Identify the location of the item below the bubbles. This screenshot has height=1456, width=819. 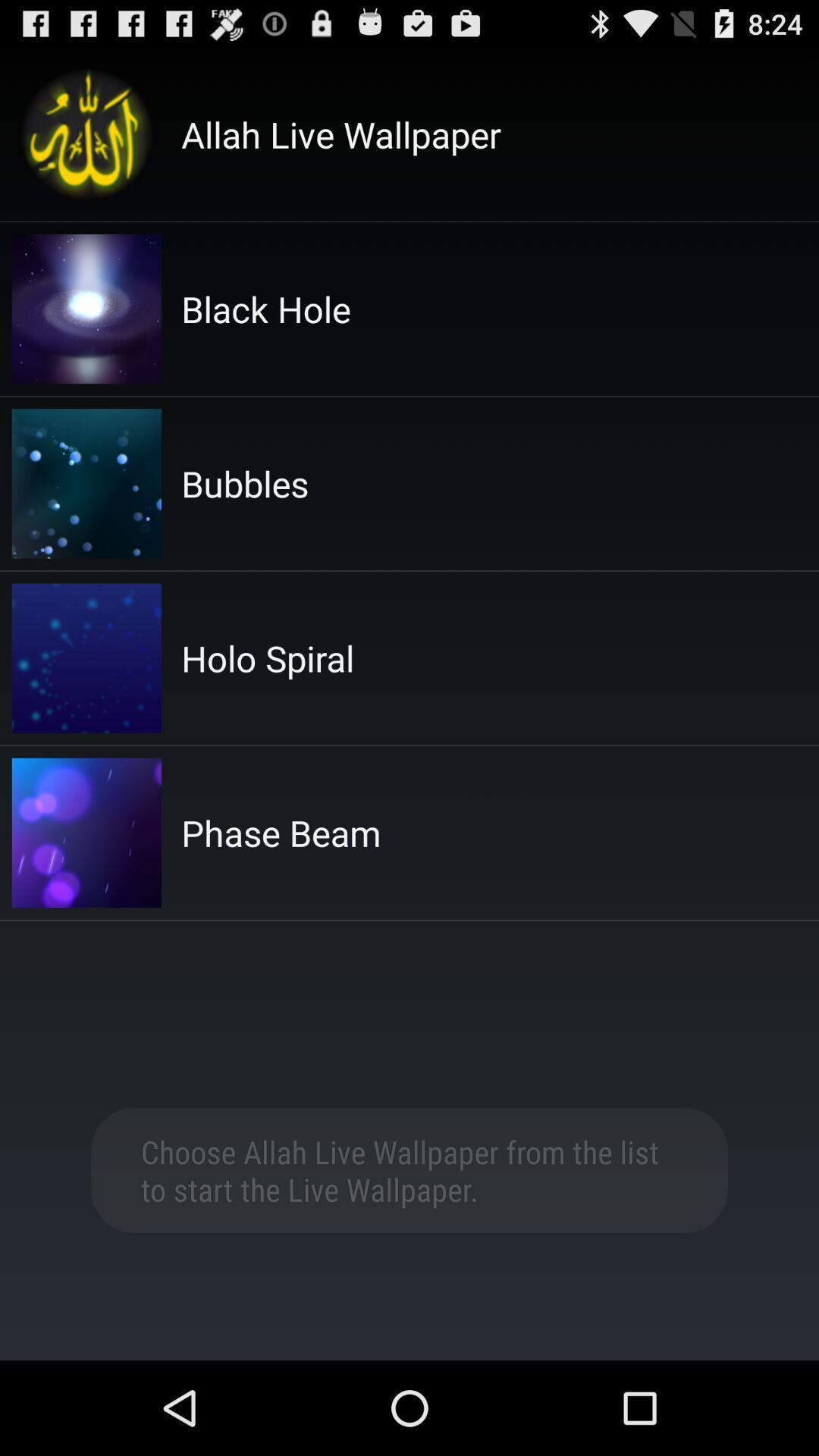
(267, 658).